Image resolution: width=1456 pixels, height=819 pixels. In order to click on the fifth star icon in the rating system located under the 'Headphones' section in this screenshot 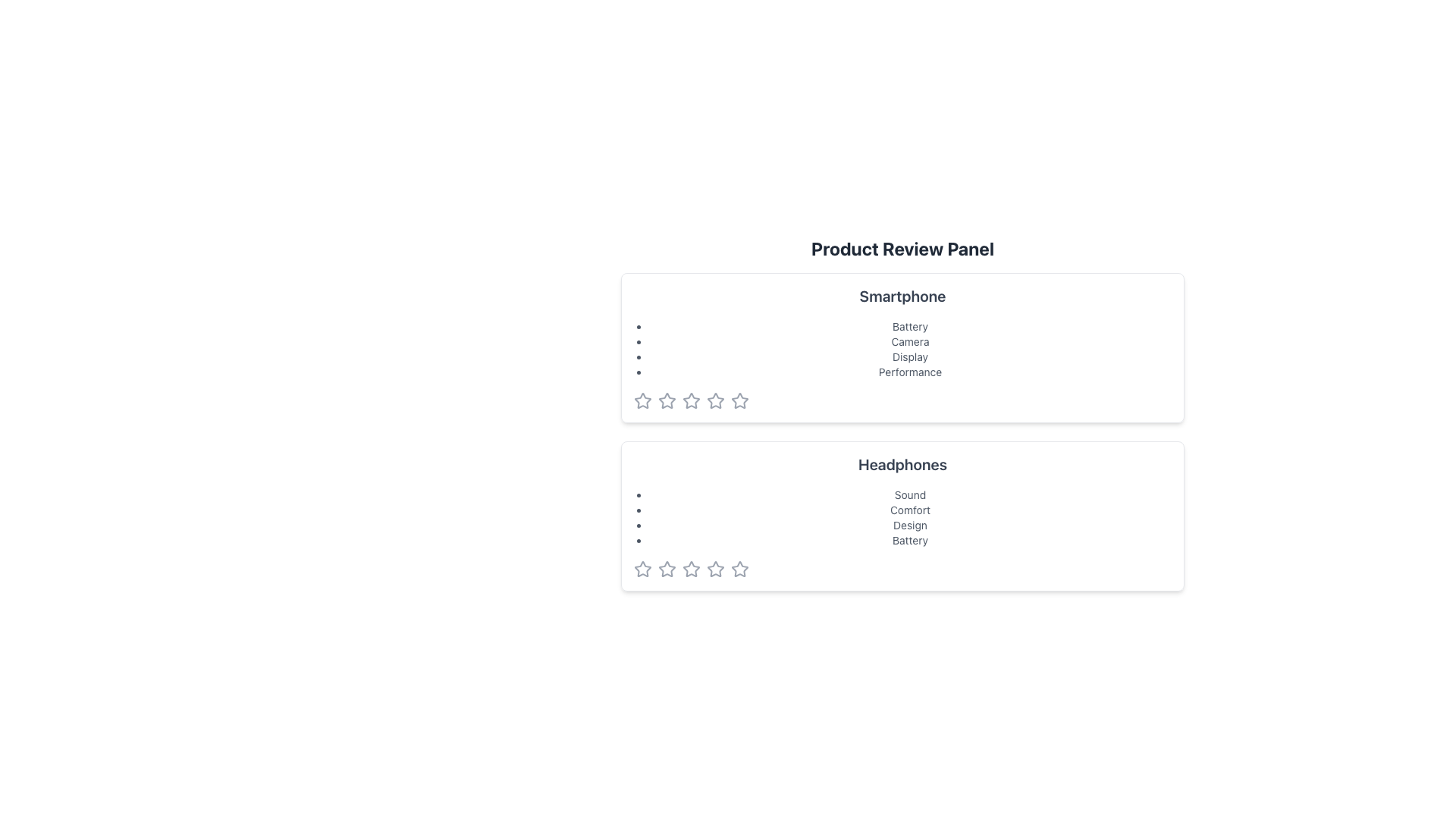, I will do `click(739, 570)`.